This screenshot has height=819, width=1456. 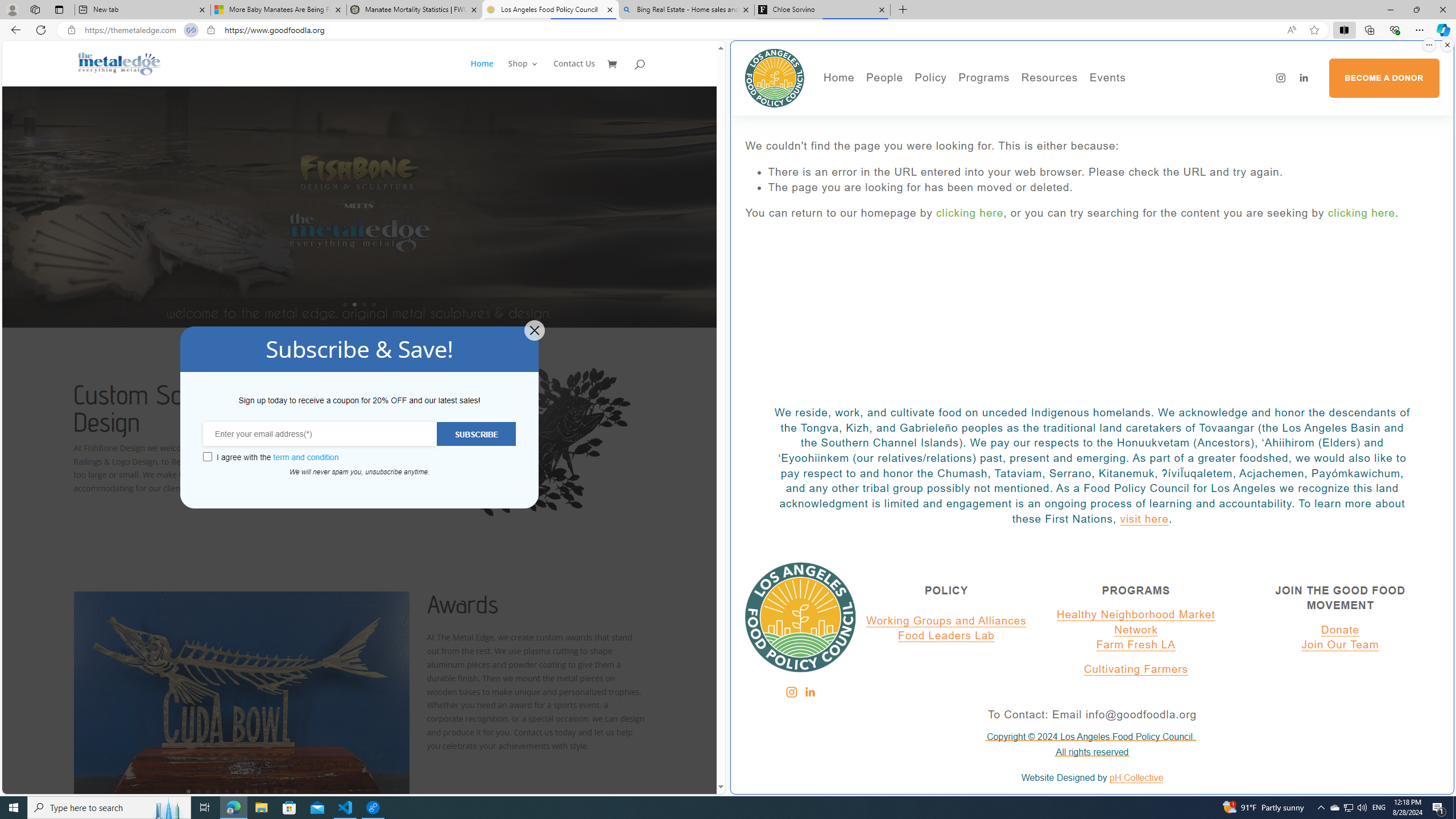 What do you see at coordinates (685, 9) in the screenshot?
I see `'Bing Real Estate - Home sales and rental listings'` at bounding box center [685, 9].